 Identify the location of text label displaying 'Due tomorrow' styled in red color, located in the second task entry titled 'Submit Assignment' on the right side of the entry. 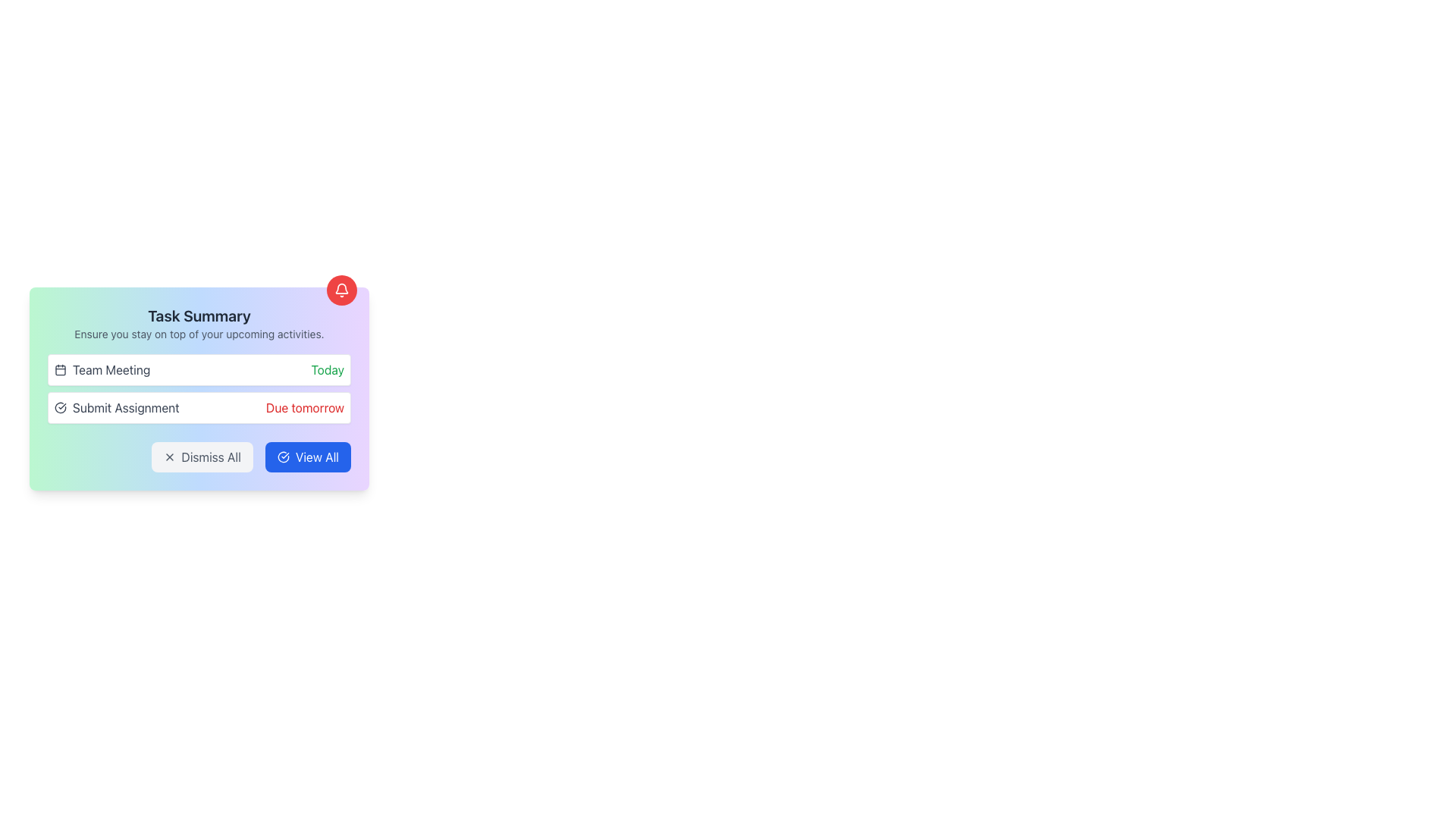
(304, 406).